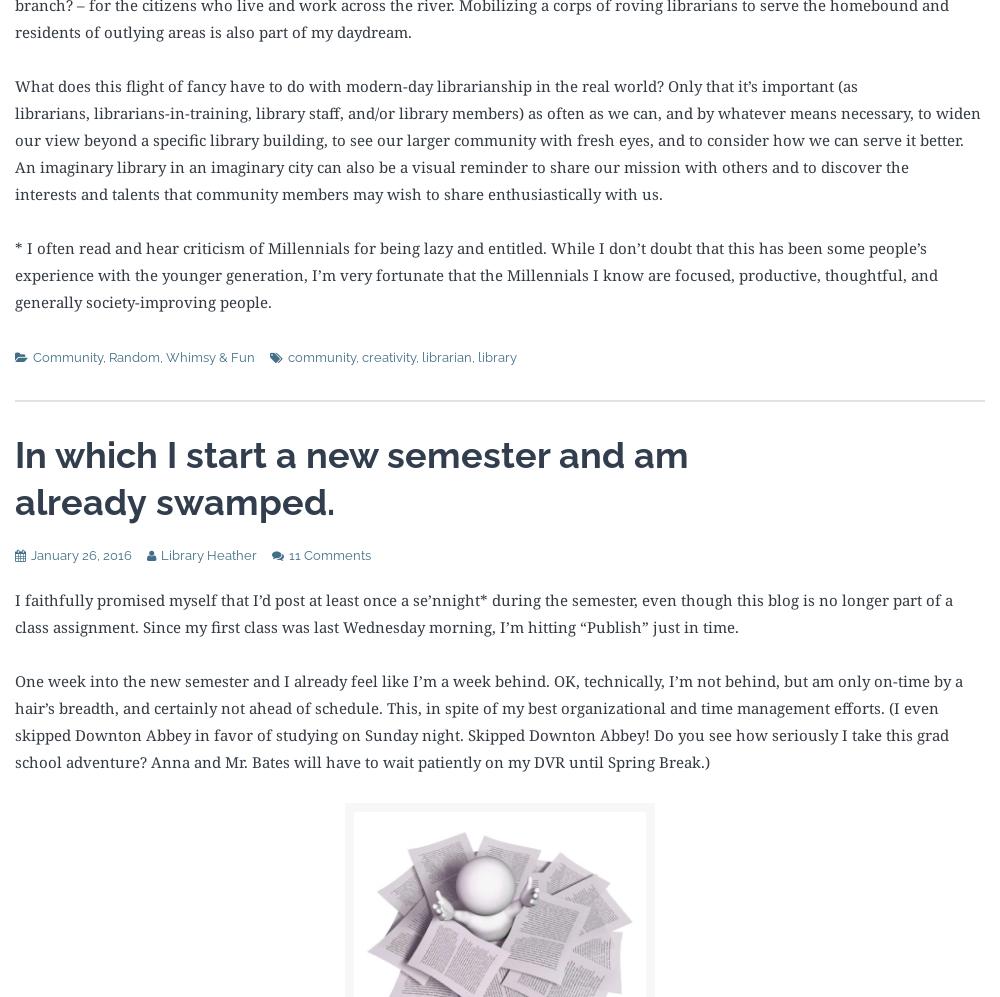 The image size is (1000, 997). I want to click on 'library', so click(496, 356).